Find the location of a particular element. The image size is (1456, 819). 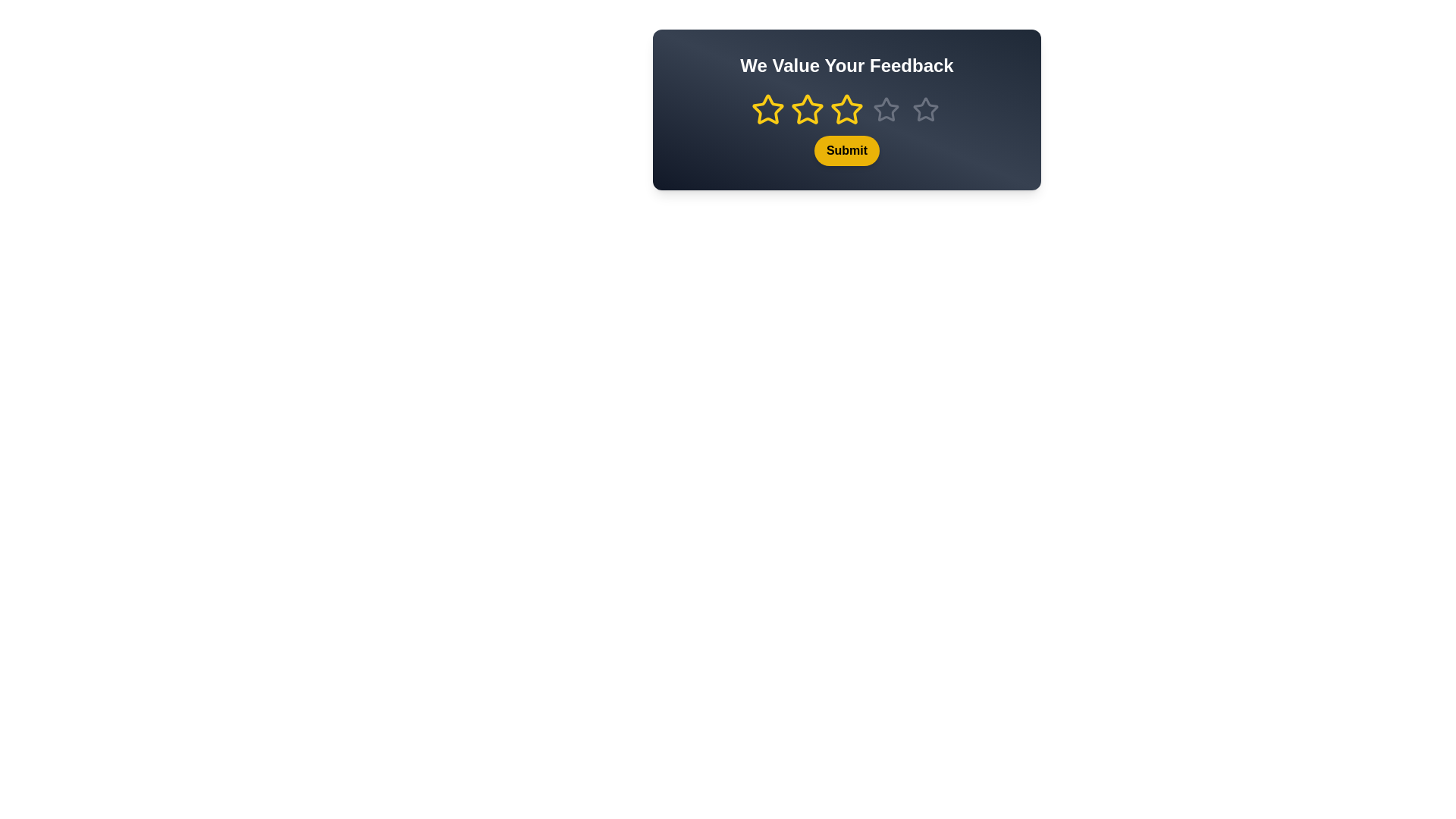

the third interactive star in the star rating component is located at coordinates (846, 109).